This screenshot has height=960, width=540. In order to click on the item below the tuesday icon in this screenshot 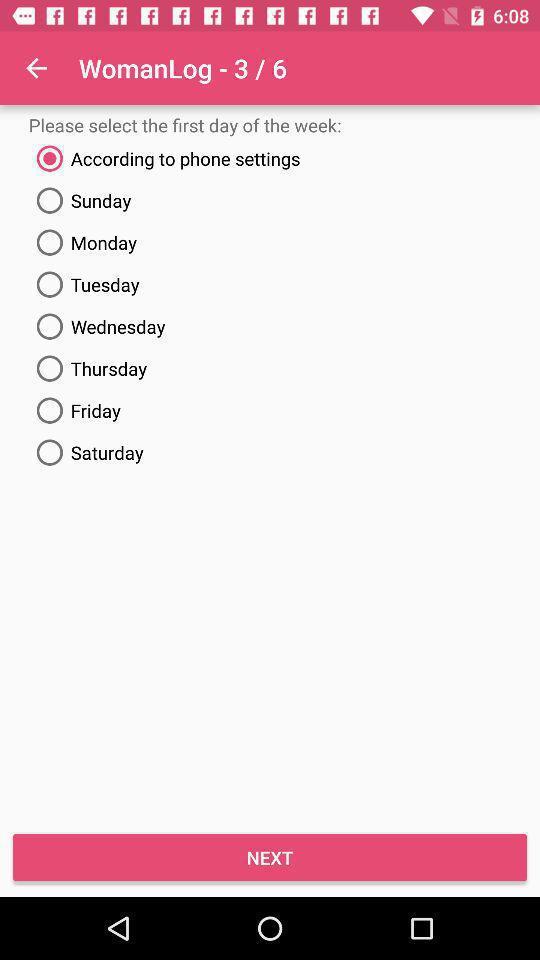, I will do `click(270, 326)`.